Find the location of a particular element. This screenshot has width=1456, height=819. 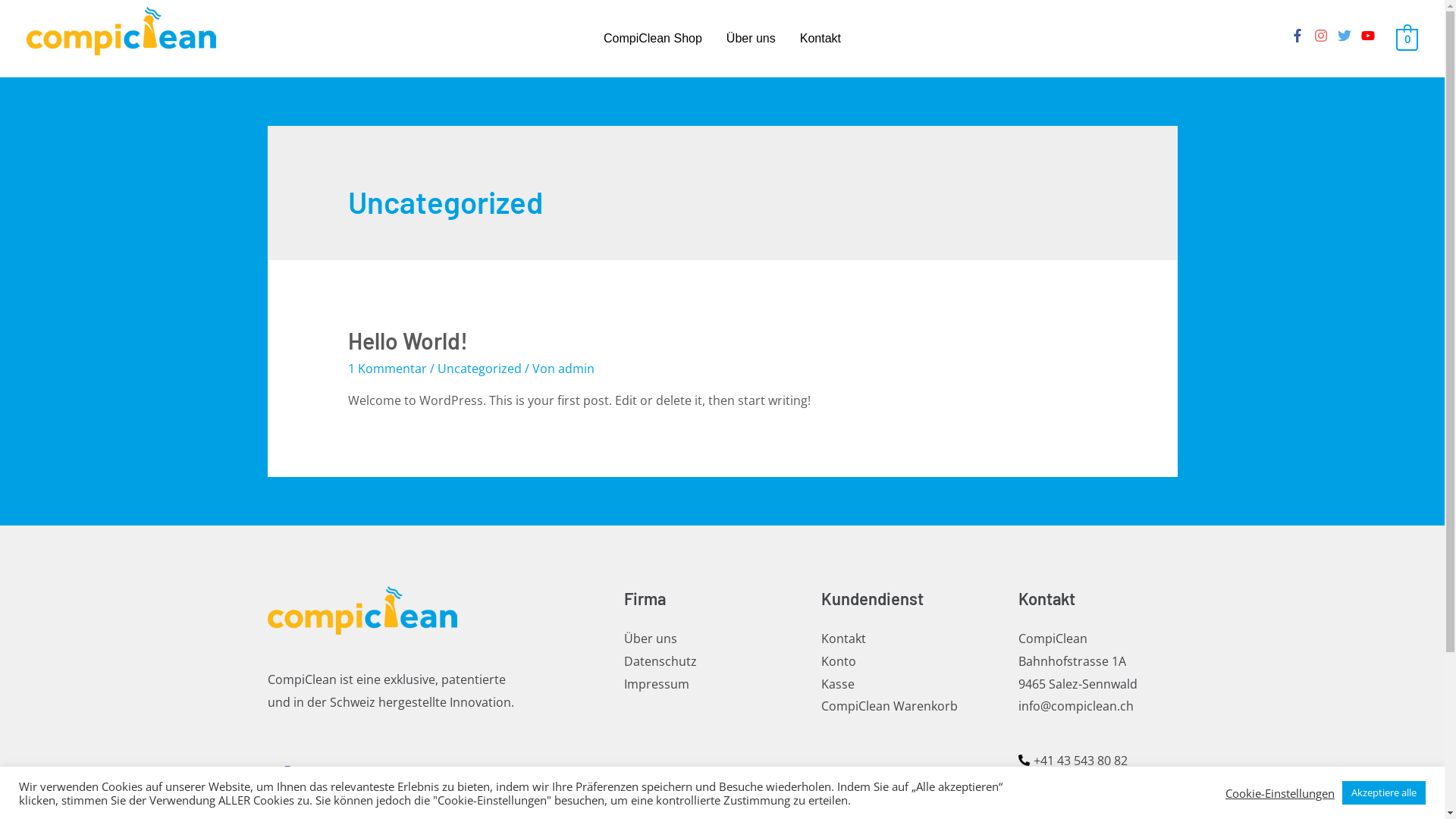

'admin' is located at coordinates (575, 369).